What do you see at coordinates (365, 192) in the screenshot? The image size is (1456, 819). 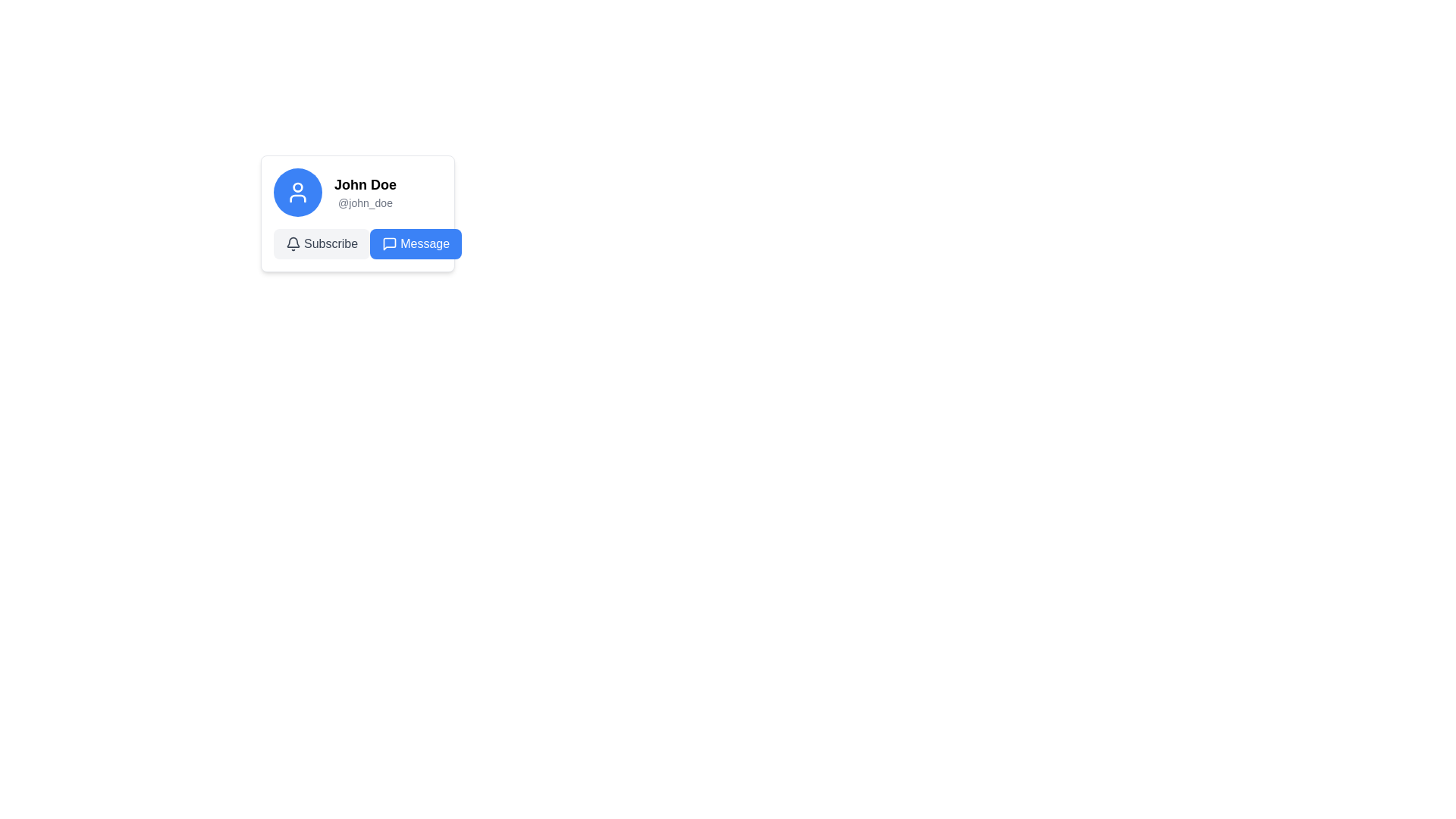 I see `text content of the Text Display showing 'John Doe' and '@john_doe', which is located to the right of the user avatar icon in the user profile card` at bounding box center [365, 192].